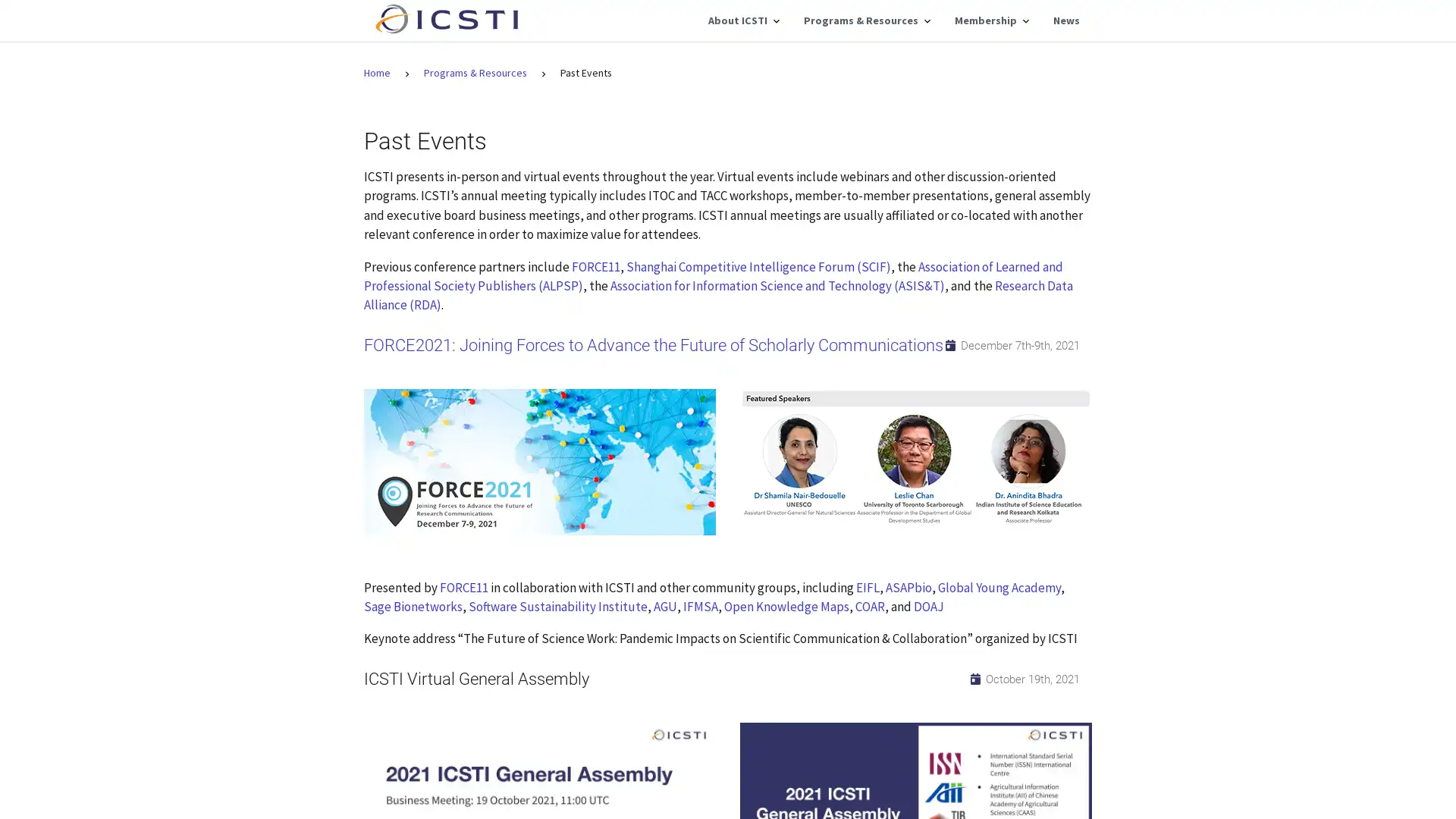  Describe the element at coordinates (991, 20) in the screenshot. I see `Membership` at that location.